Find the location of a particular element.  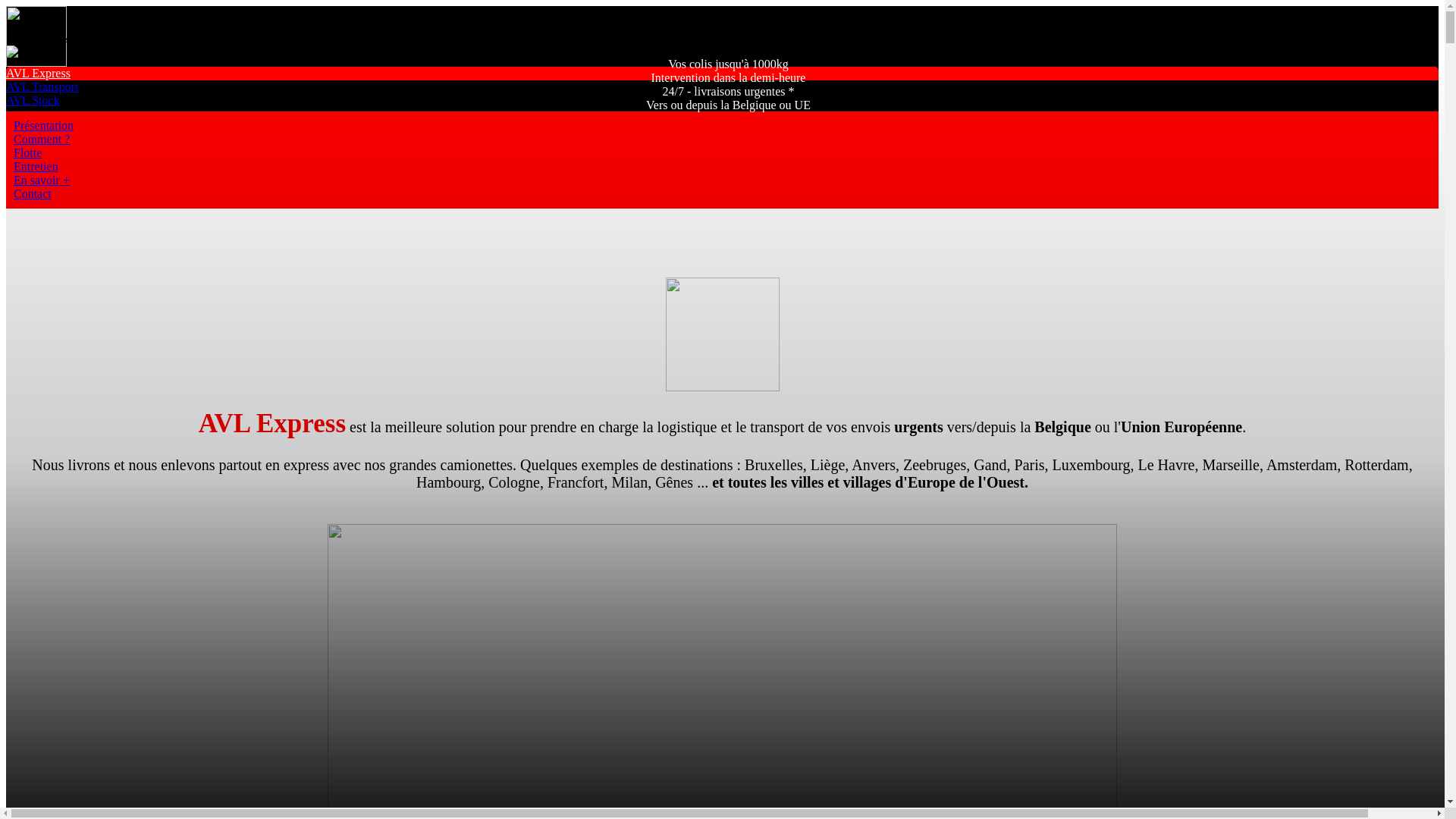

'AVL Express' is located at coordinates (38, 73).